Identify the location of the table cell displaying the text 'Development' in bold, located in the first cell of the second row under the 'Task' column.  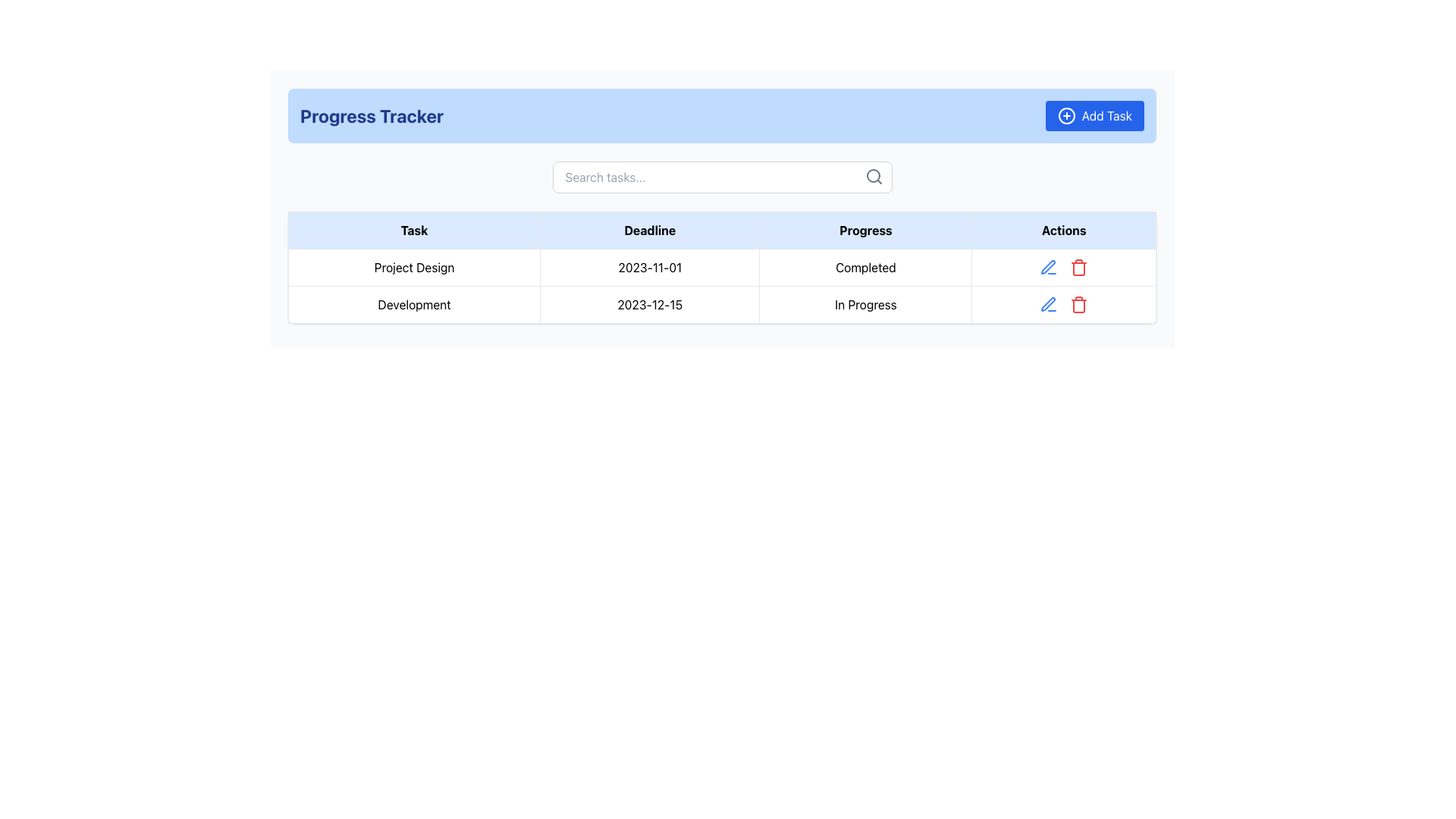
(414, 304).